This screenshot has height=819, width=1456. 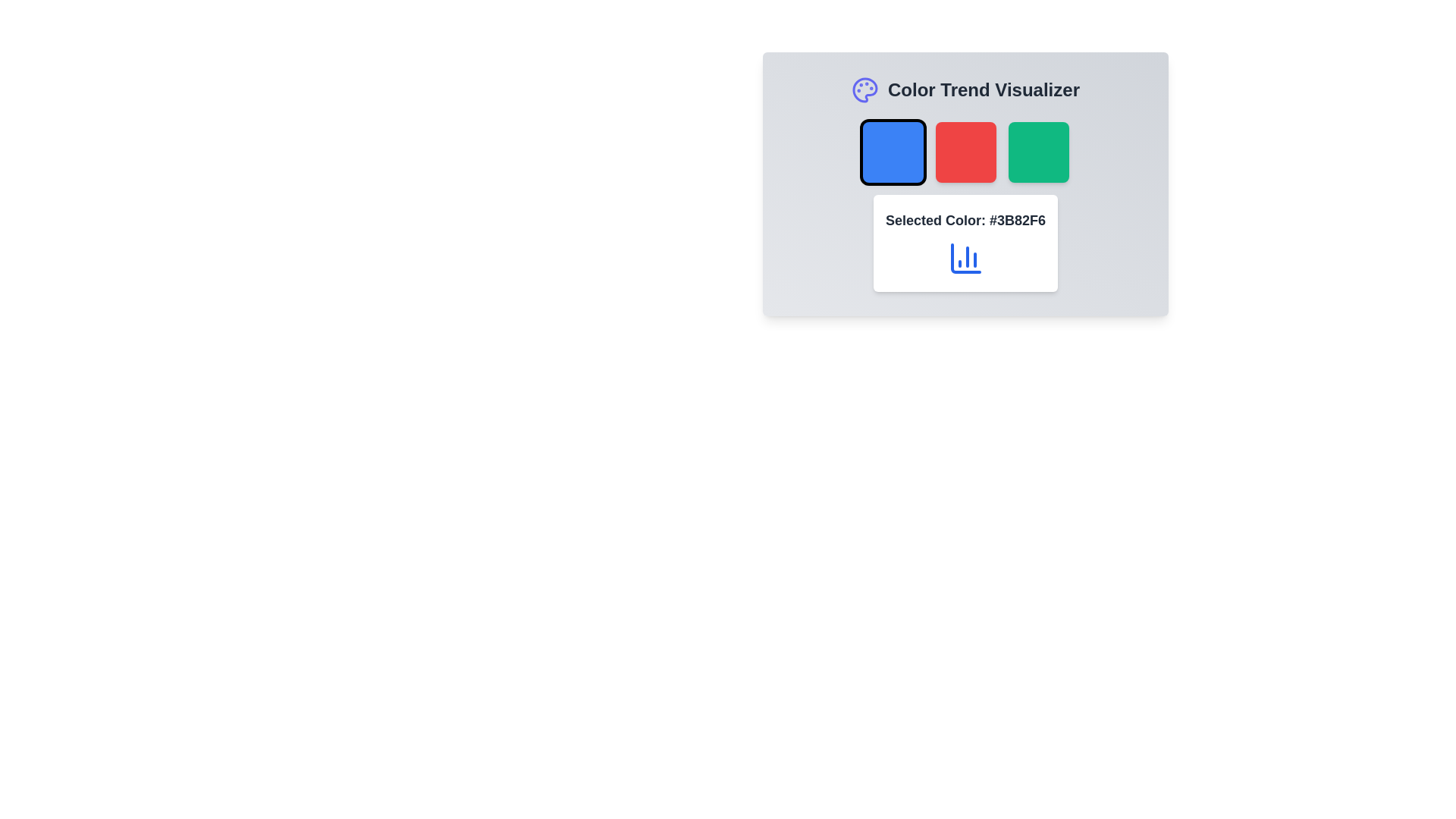 I want to click on the color block in the Grid panel of the Color Trend Visualizer, so click(x=965, y=152).